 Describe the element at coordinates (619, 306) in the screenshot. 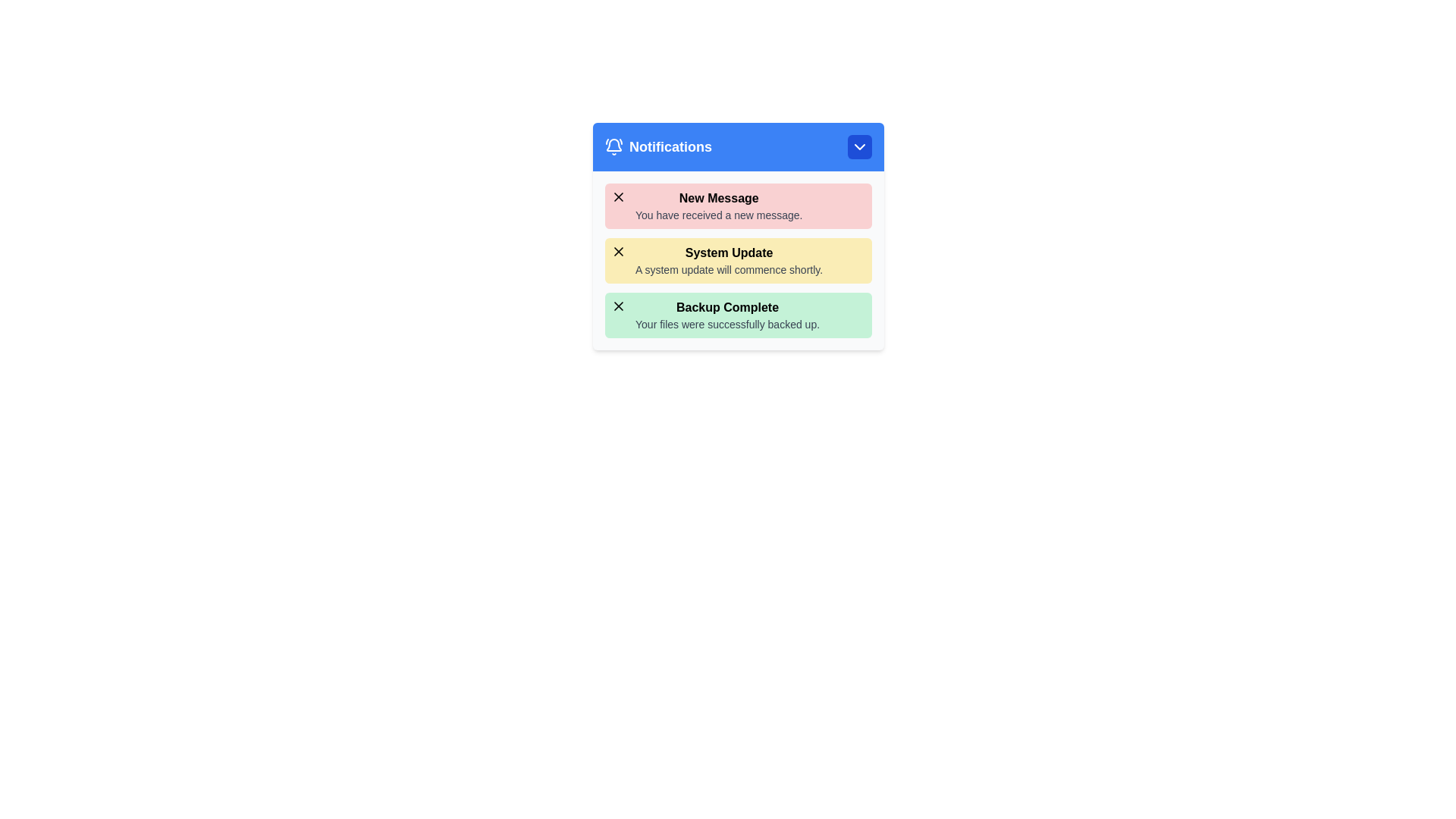

I see `the third 'X' icon in the green 'Backup Complete' notification card` at that location.